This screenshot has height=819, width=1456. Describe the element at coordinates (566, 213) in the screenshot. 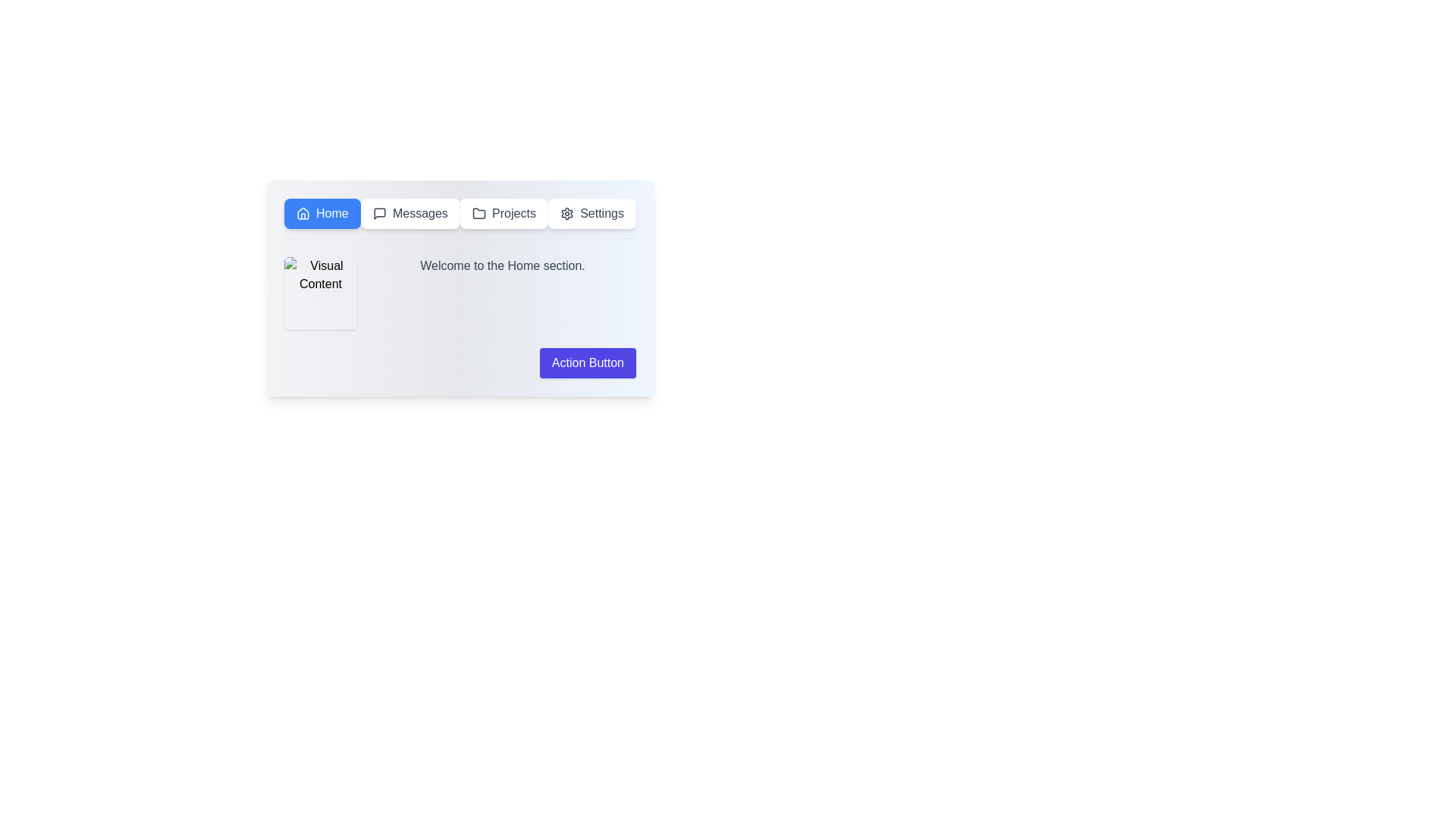

I see `the small gear icon in the Settings button` at that location.